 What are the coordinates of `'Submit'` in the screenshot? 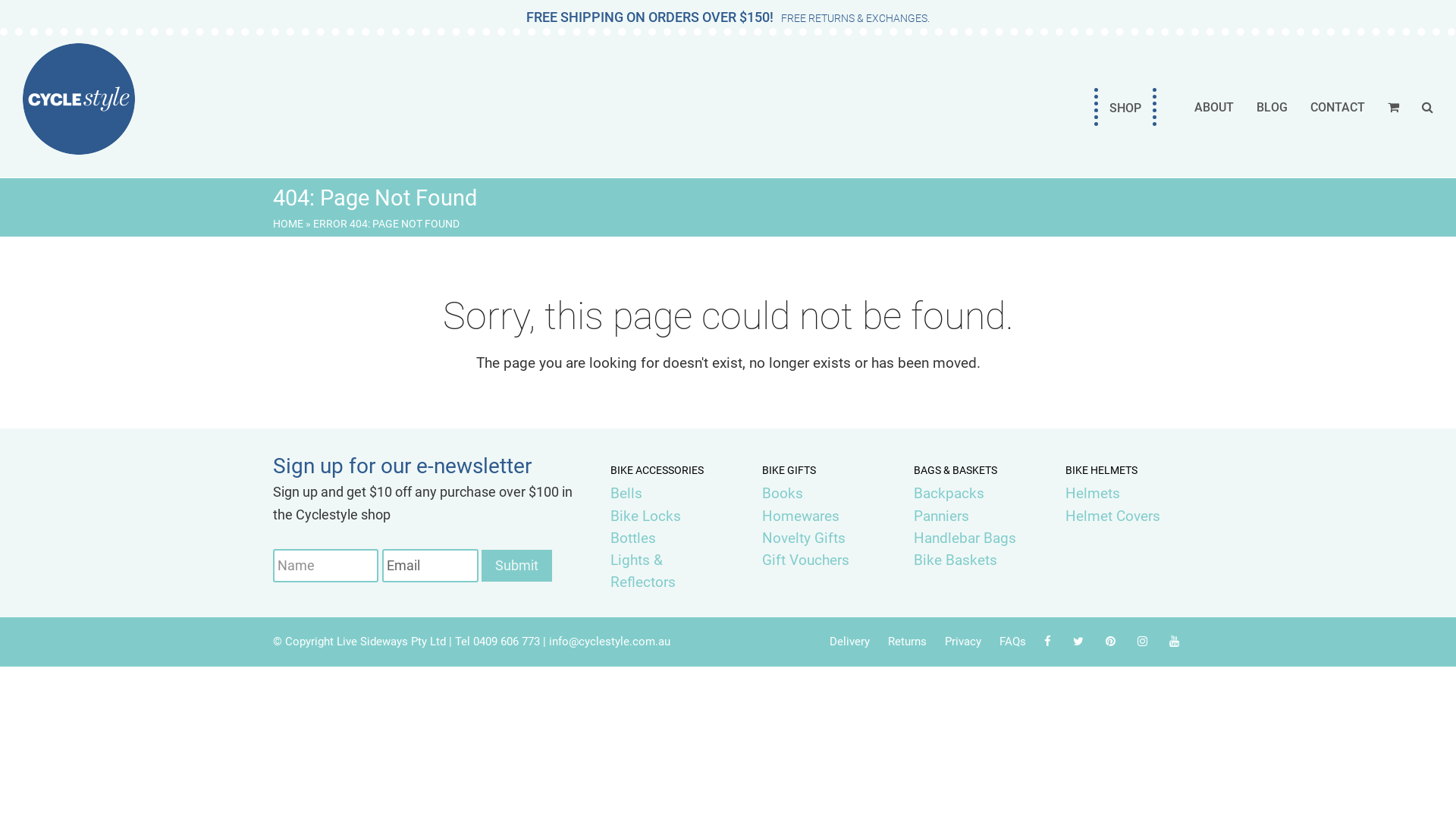 It's located at (516, 565).